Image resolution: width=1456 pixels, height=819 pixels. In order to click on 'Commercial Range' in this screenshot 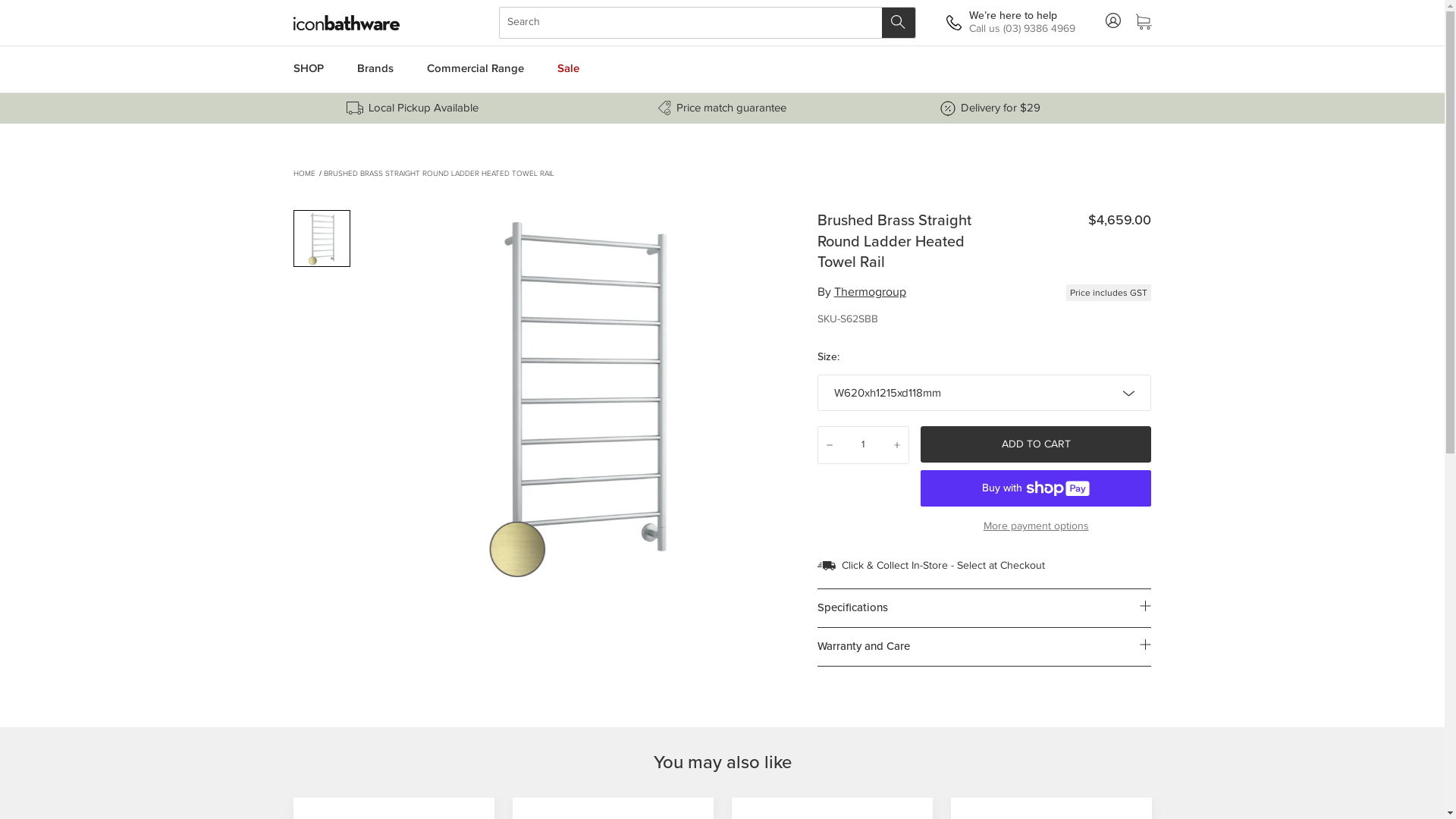, I will do `click(411, 69)`.